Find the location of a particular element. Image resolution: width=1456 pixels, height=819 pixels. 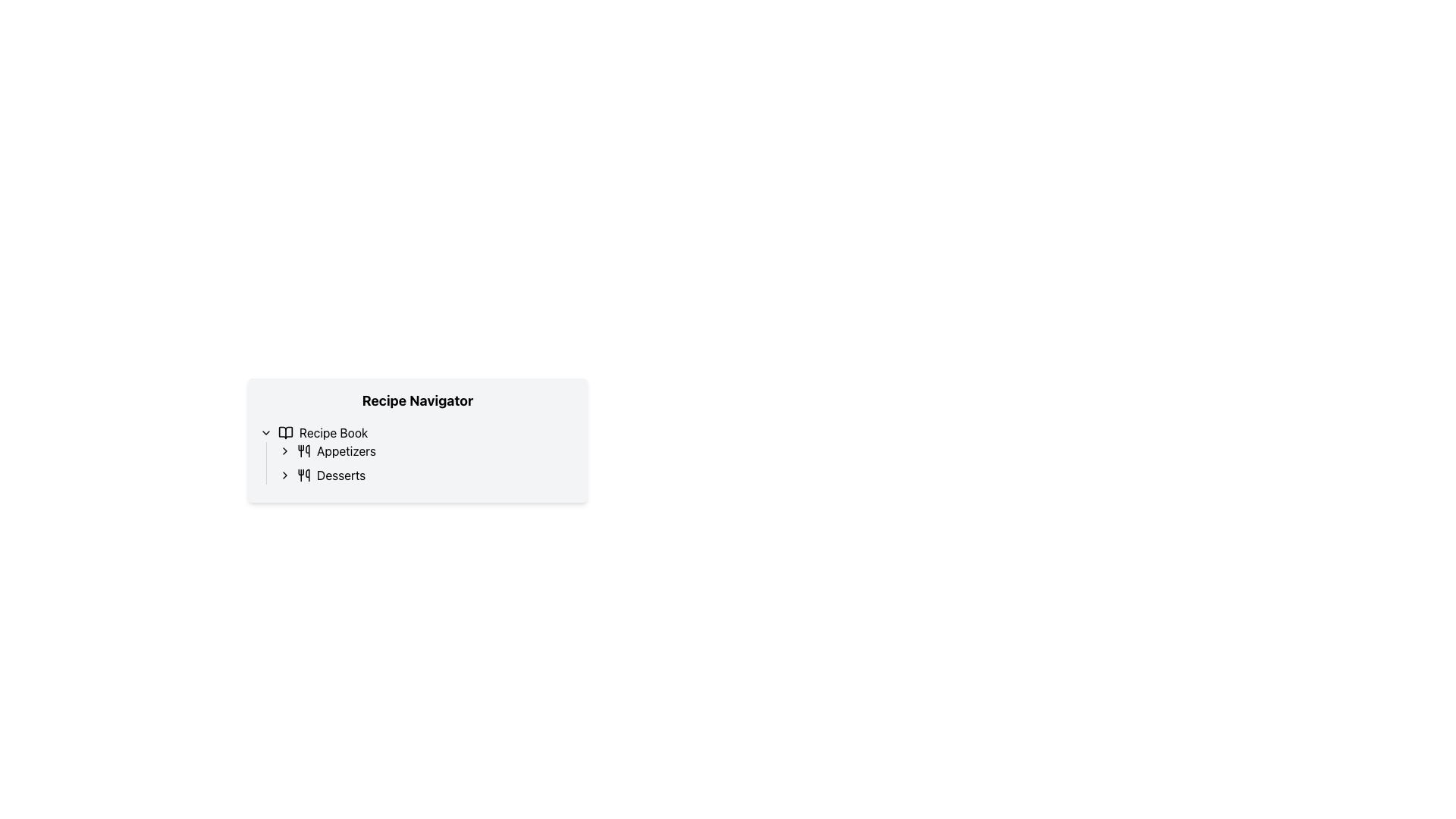

the open book icon located to the left of the 'Recipe Book' text in the 'Recipe Navigator' section is located at coordinates (286, 432).